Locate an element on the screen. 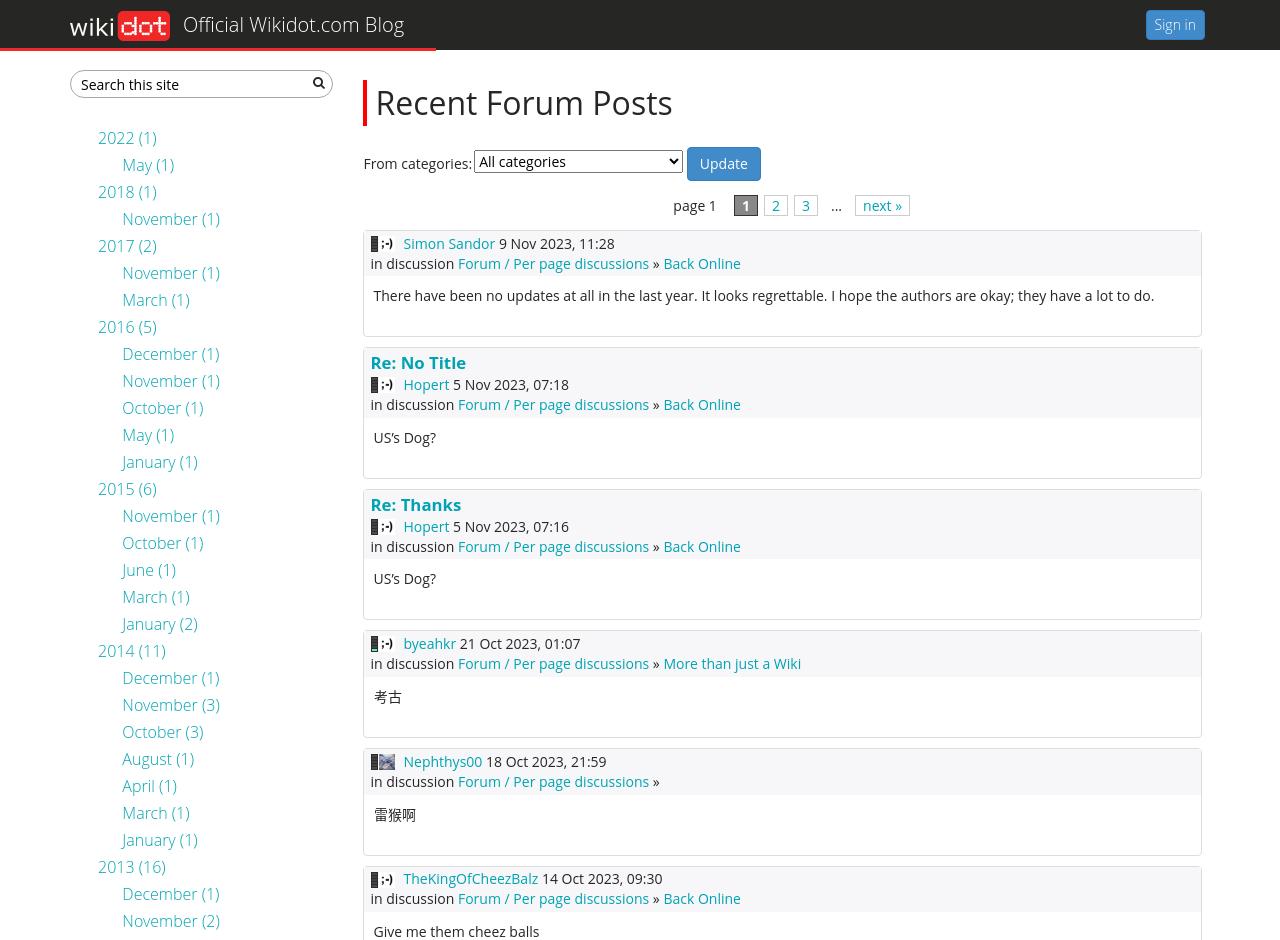 The image size is (1280, 940). 'Nephthys00' is located at coordinates (441, 759).